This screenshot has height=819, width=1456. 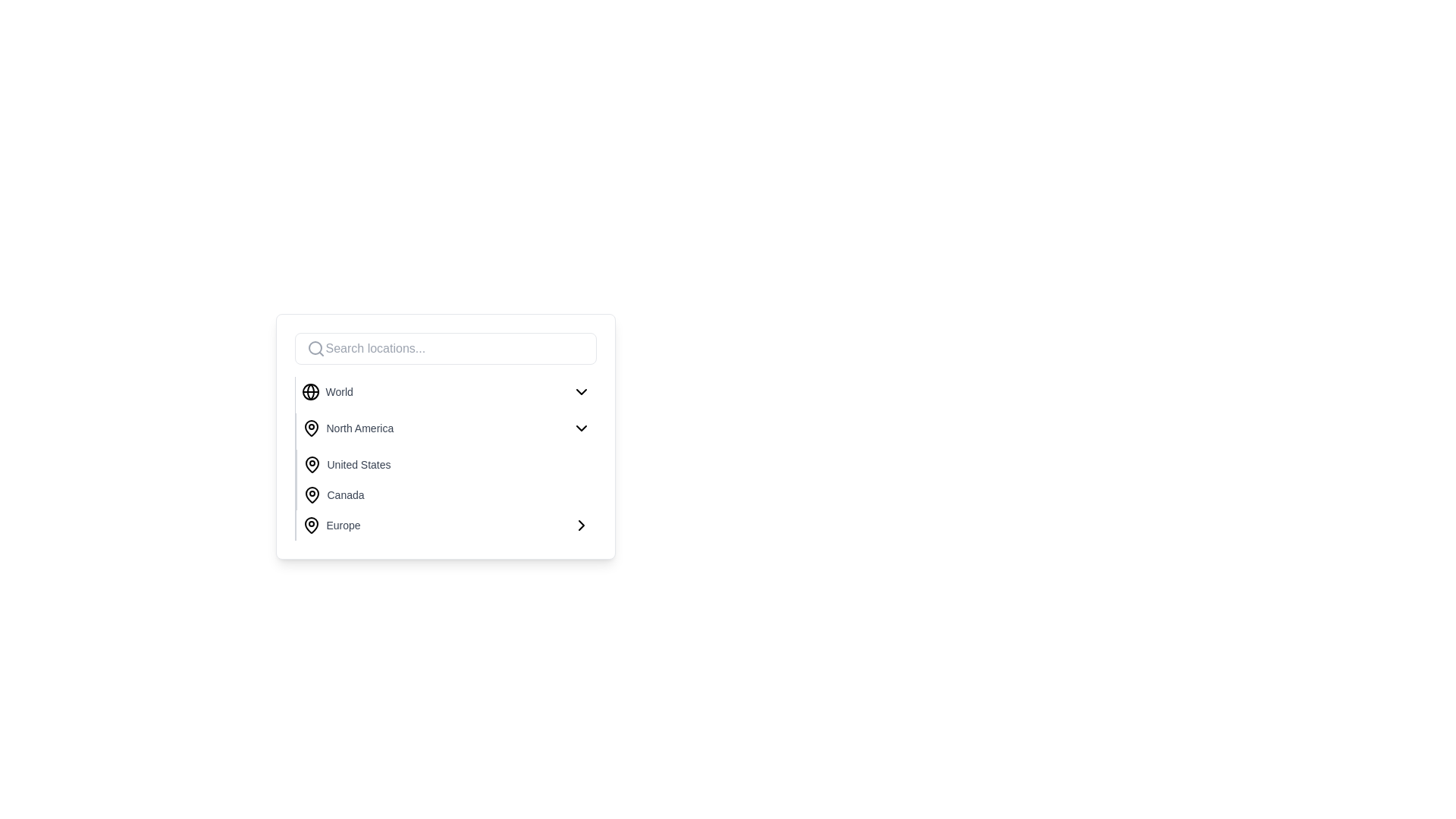 What do you see at coordinates (311, 494) in the screenshot?
I see `the Vector-based map pin icon indicating the 'Canada' option in the dropdown menu` at bounding box center [311, 494].